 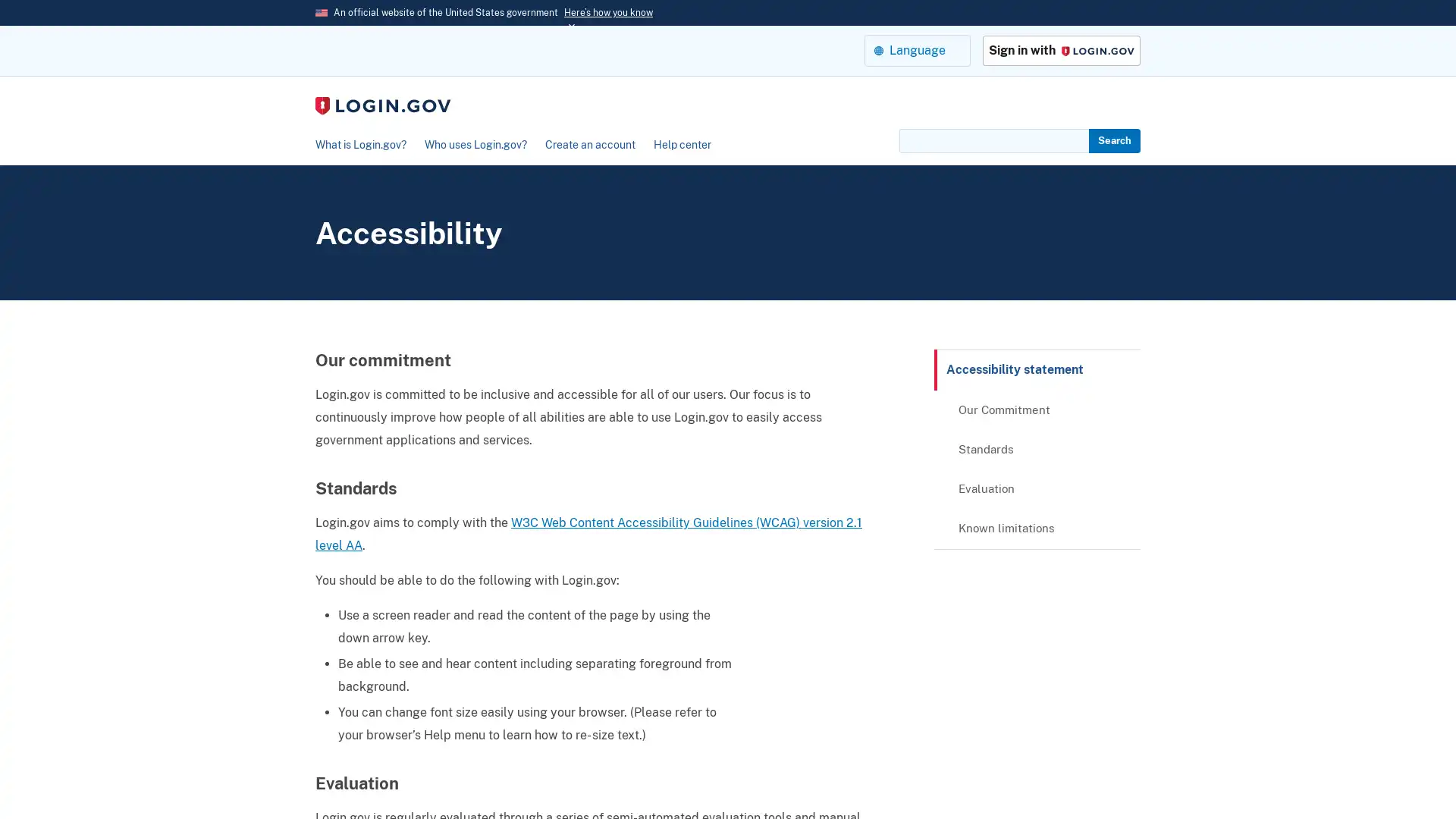 What do you see at coordinates (608, 12) in the screenshot?
I see `Heres how you know` at bounding box center [608, 12].